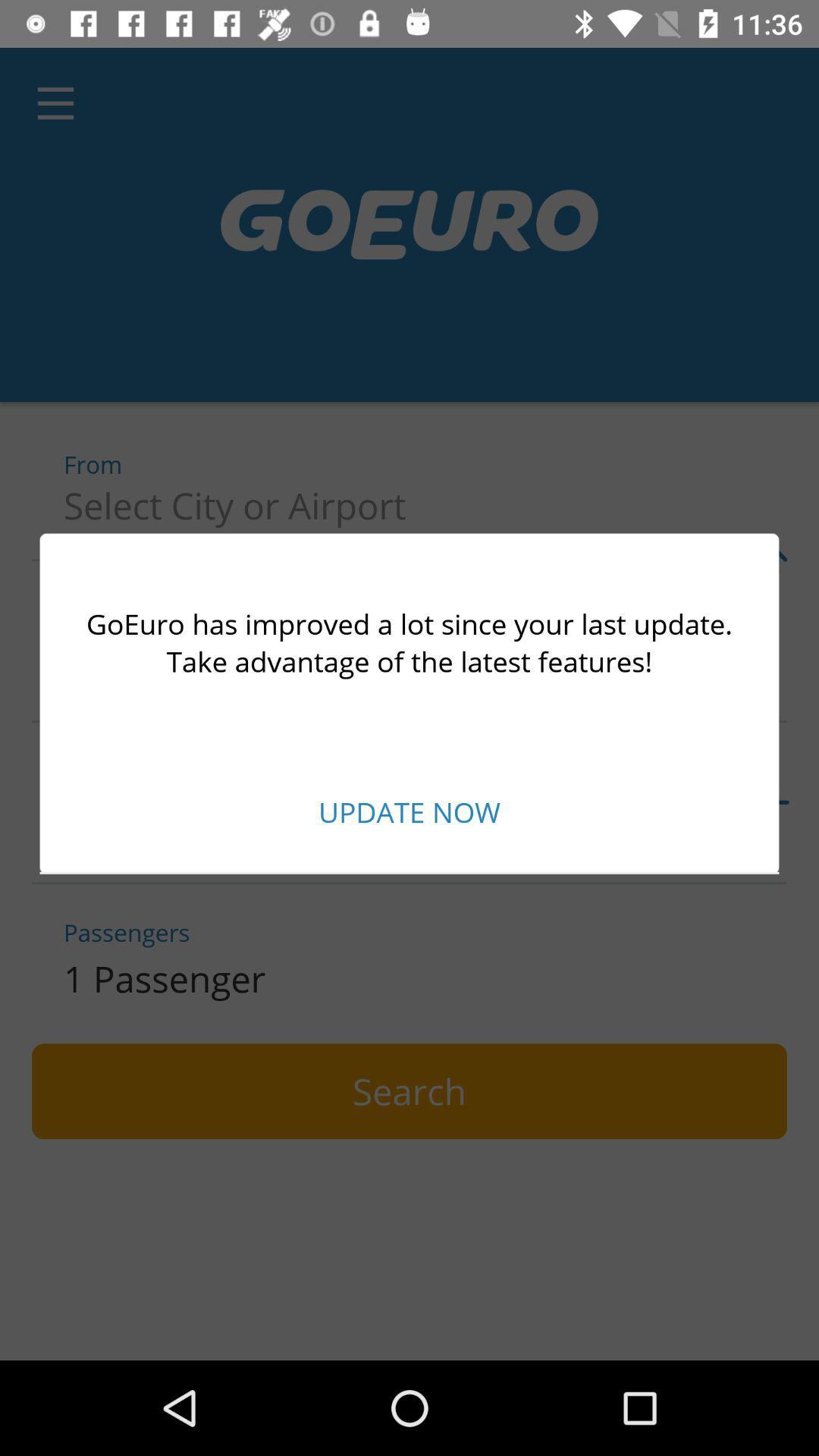 The width and height of the screenshot is (819, 1456). Describe the element at coordinates (409, 811) in the screenshot. I see `the update now item` at that location.